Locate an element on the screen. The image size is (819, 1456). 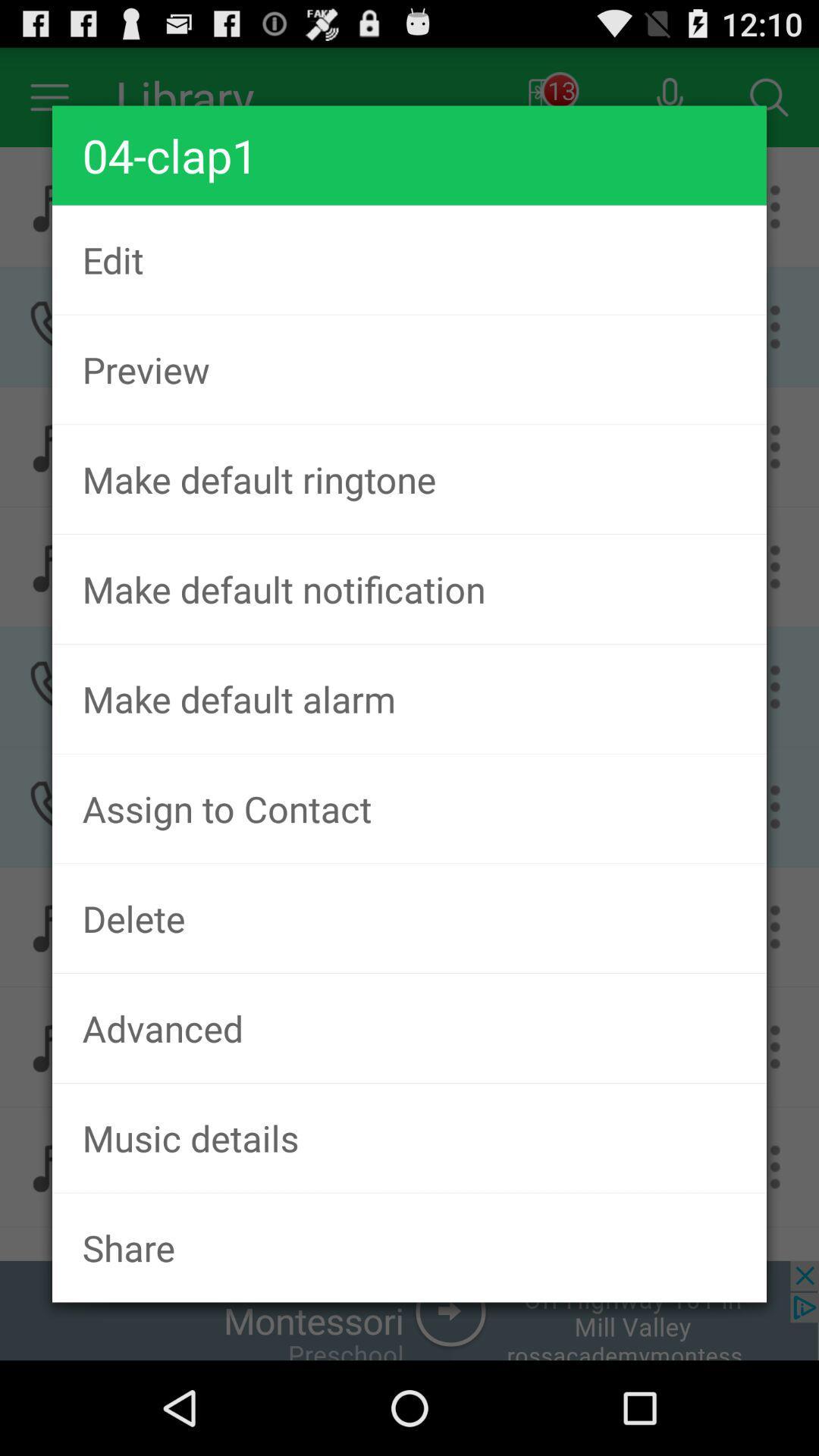
the assign to contact app is located at coordinates (409, 808).